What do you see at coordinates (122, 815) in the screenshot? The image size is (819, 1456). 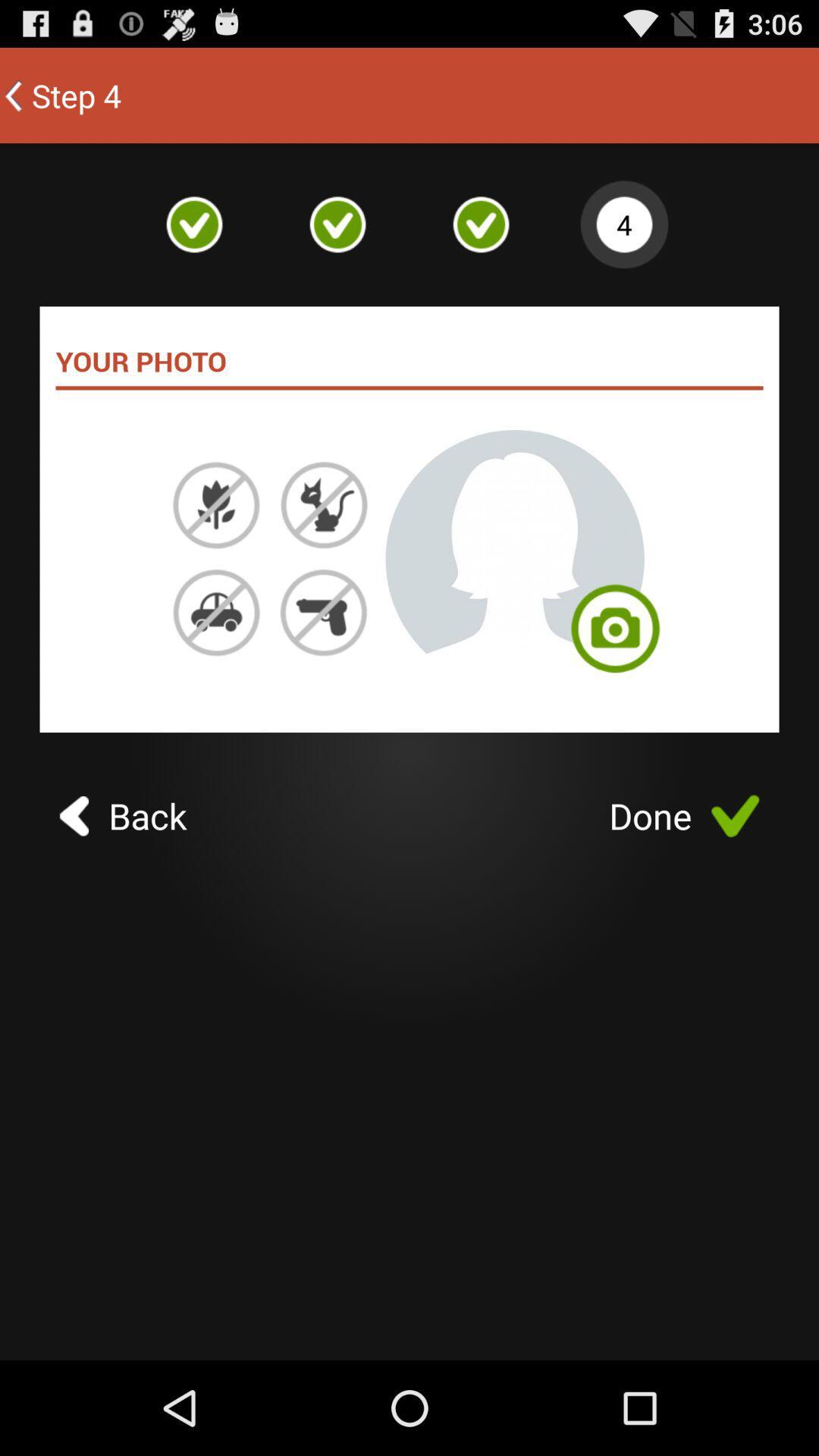 I see `back` at bounding box center [122, 815].